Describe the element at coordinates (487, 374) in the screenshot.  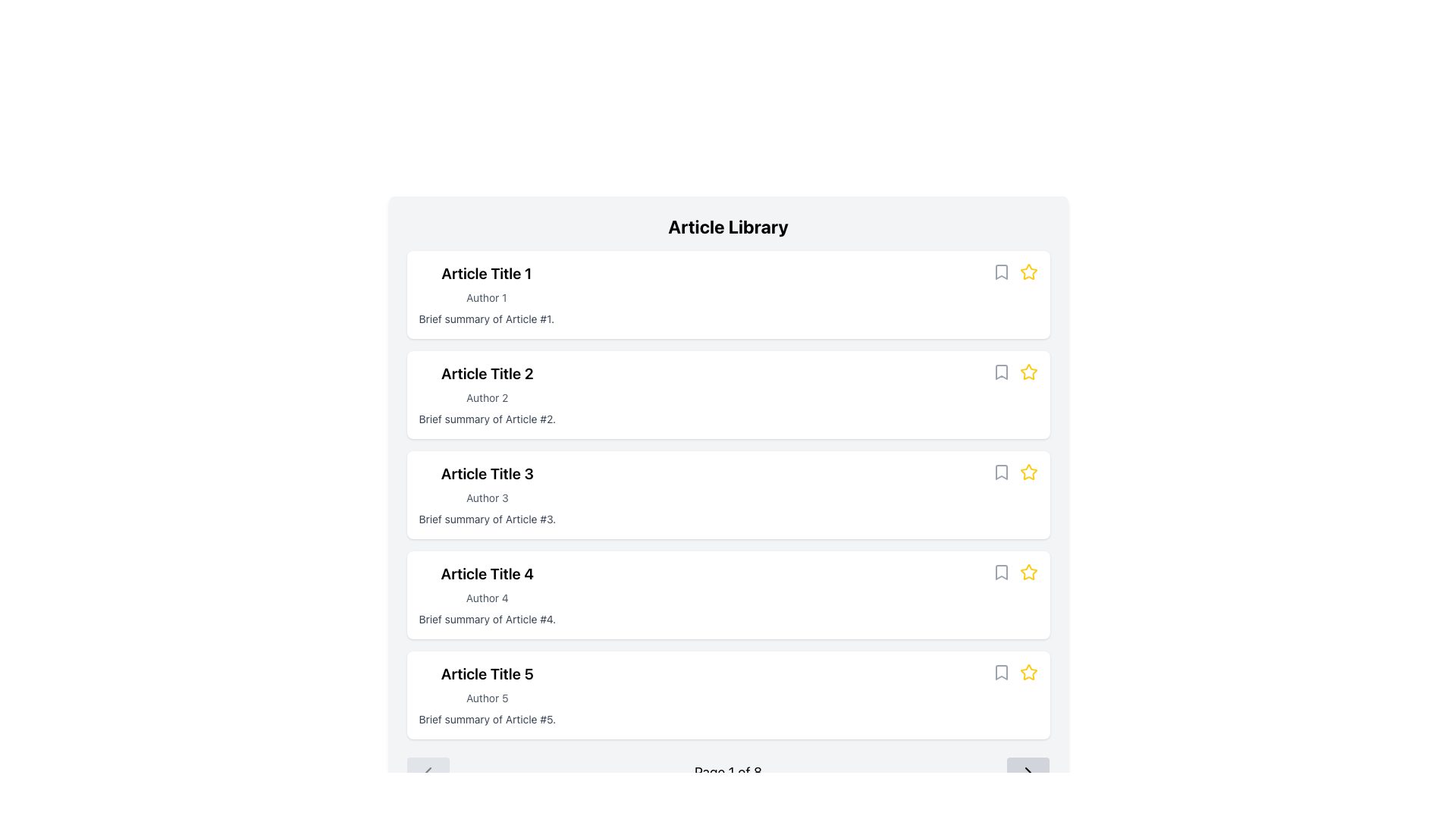
I see `the Text Label that serves as the title for the second article in the list under the header 'Article Library'` at that location.